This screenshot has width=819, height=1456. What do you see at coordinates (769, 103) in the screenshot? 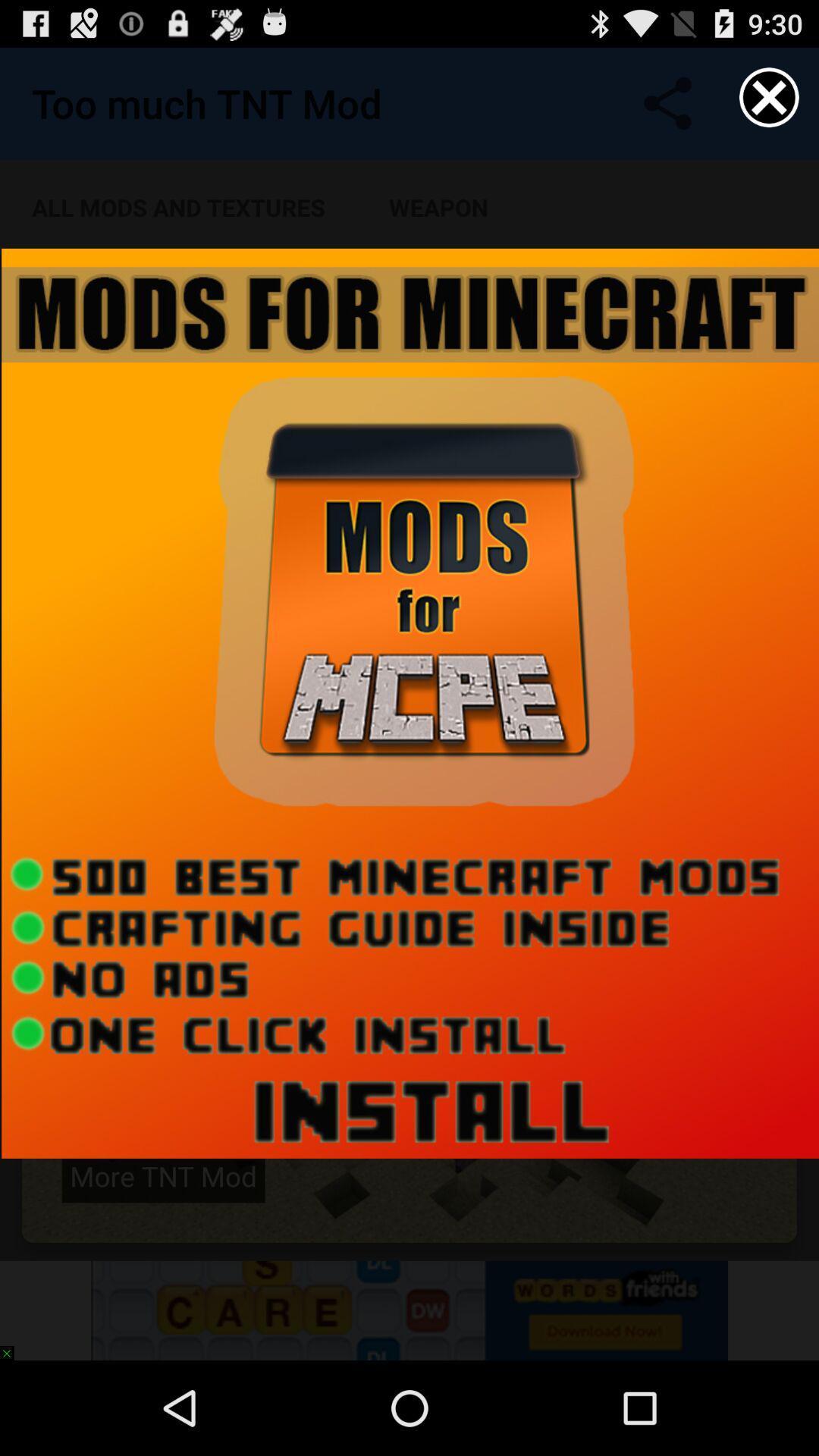
I see `the close icon` at bounding box center [769, 103].